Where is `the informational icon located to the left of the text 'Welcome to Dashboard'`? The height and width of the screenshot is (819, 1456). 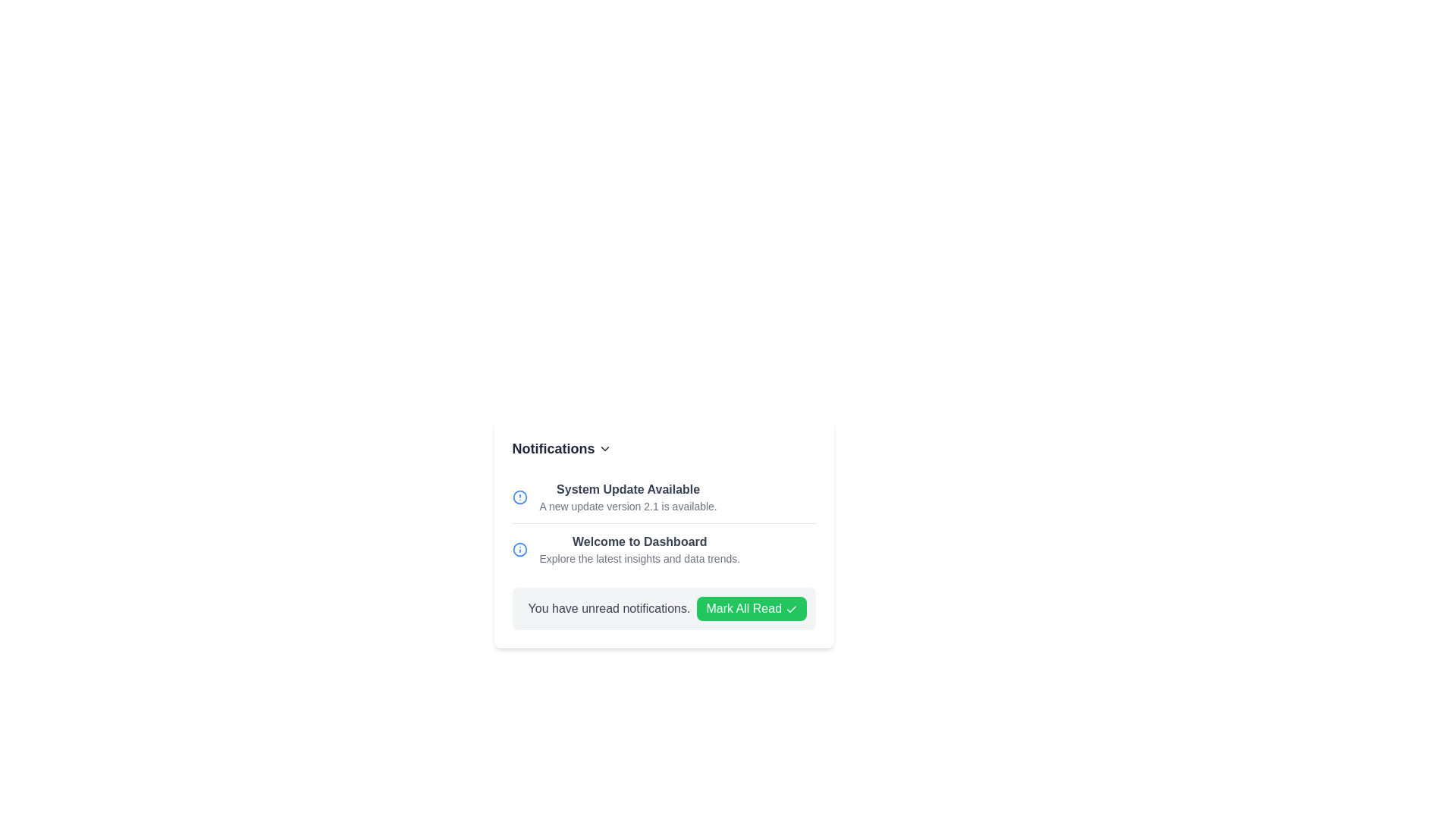
the informational icon located to the left of the text 'Welcome to Dashboard' is located at coordinates (519, 550).